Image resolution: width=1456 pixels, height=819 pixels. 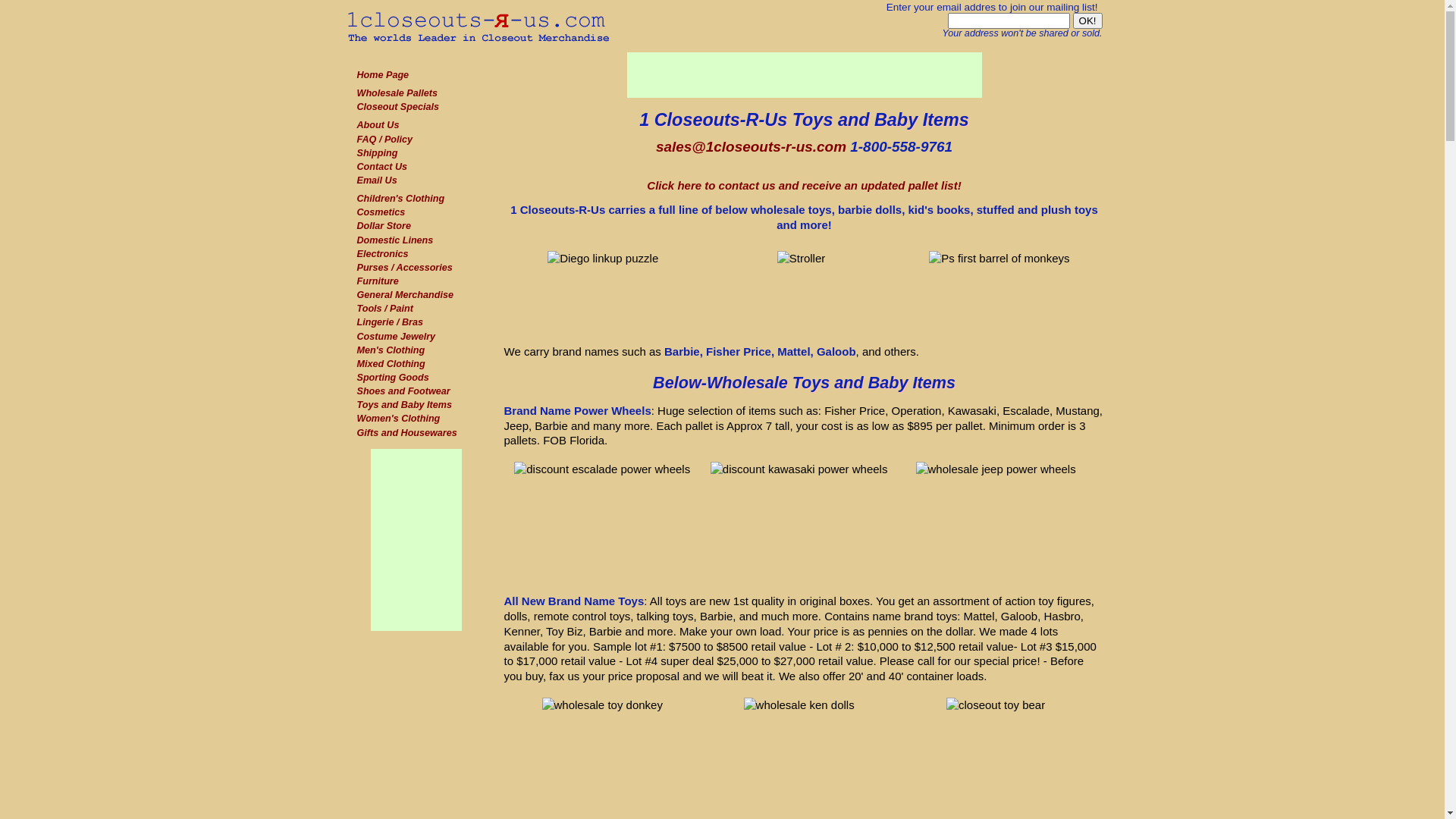 What do you see at coordinates (382, 75) in the screenshot?
I see `'Home Page'` at bounding box center [382, 75].